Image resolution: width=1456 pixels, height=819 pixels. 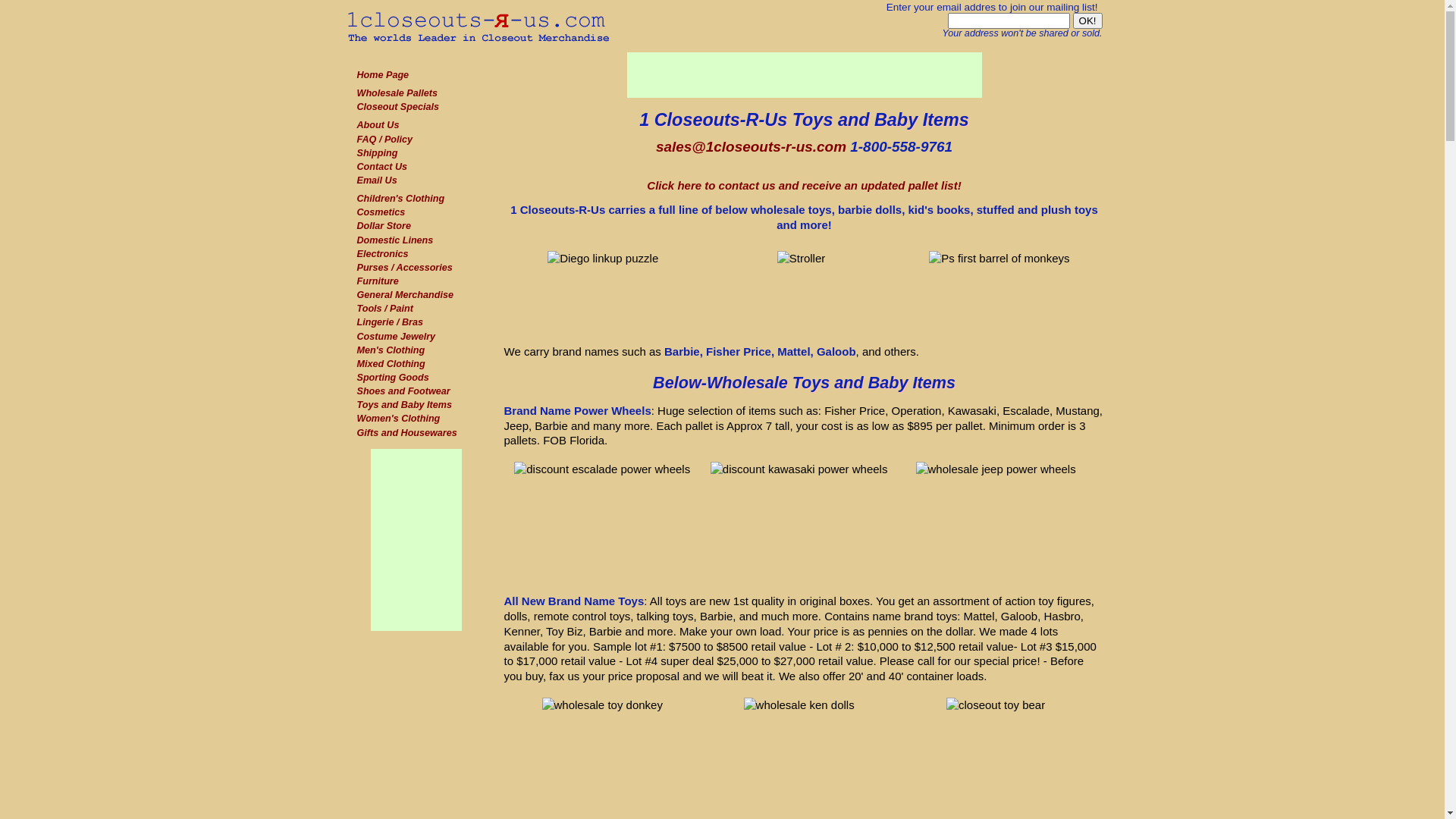 What do you see at coordinates (382, 75) in the screenshot?
I see `'Home Page'` at bounding box center [382, 75].